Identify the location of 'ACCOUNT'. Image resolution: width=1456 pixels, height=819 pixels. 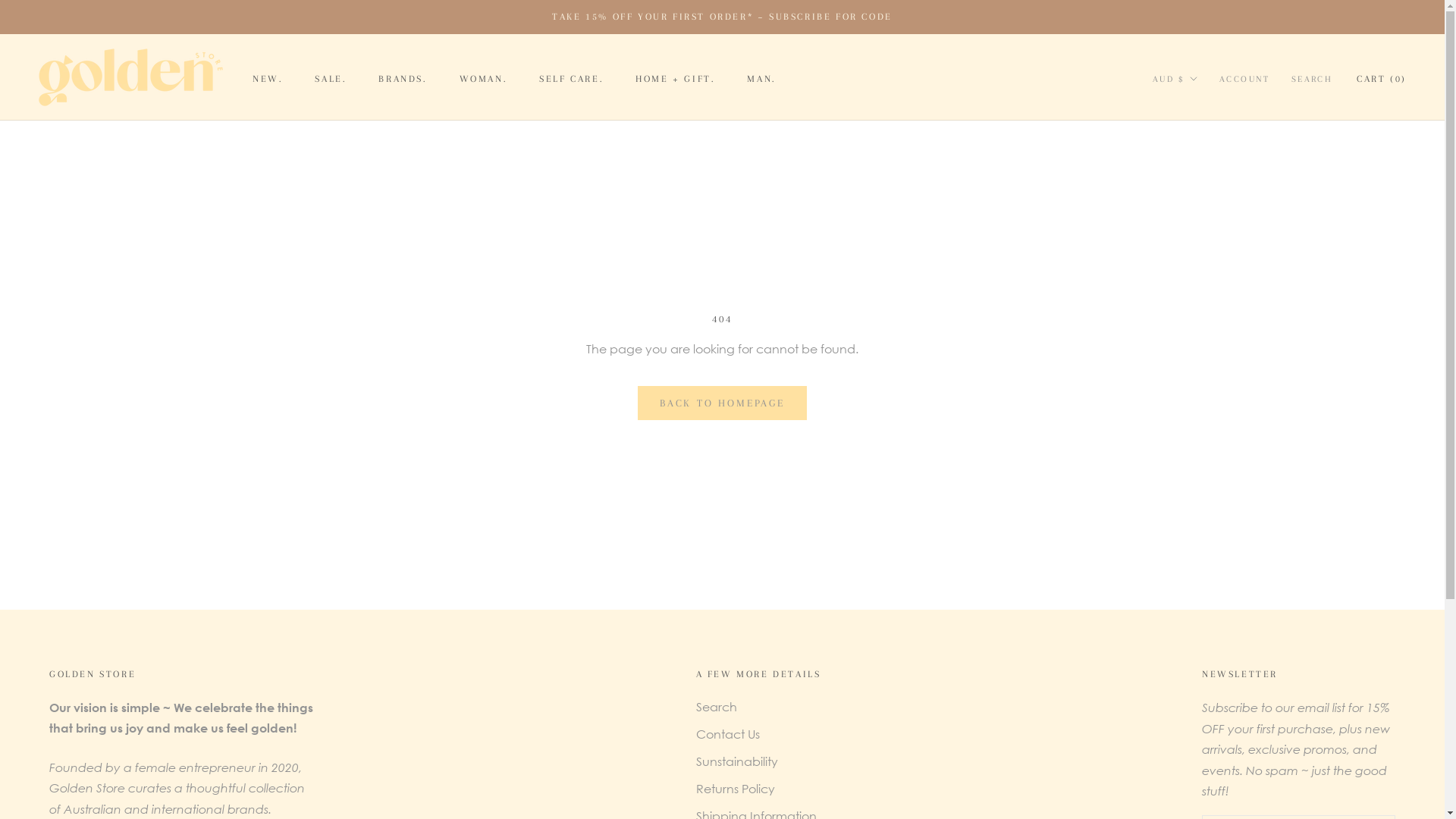
(1244, 79).